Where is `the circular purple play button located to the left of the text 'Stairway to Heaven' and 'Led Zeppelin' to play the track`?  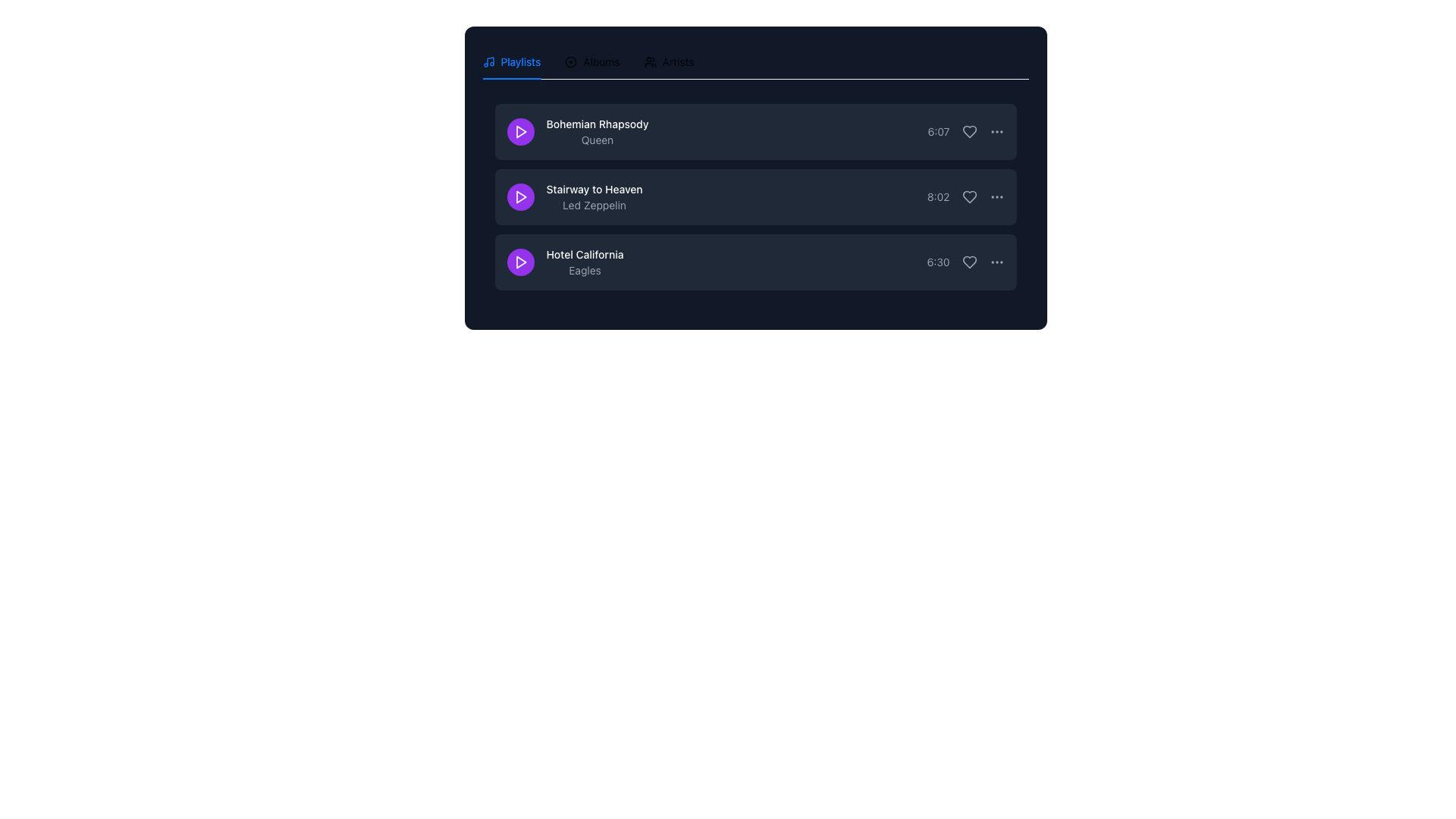
the circular purple play button located to the left of the text 'Stairway to Heaven' and 'Led Zeppelin' to play the track is located at coordinates (520, 196).